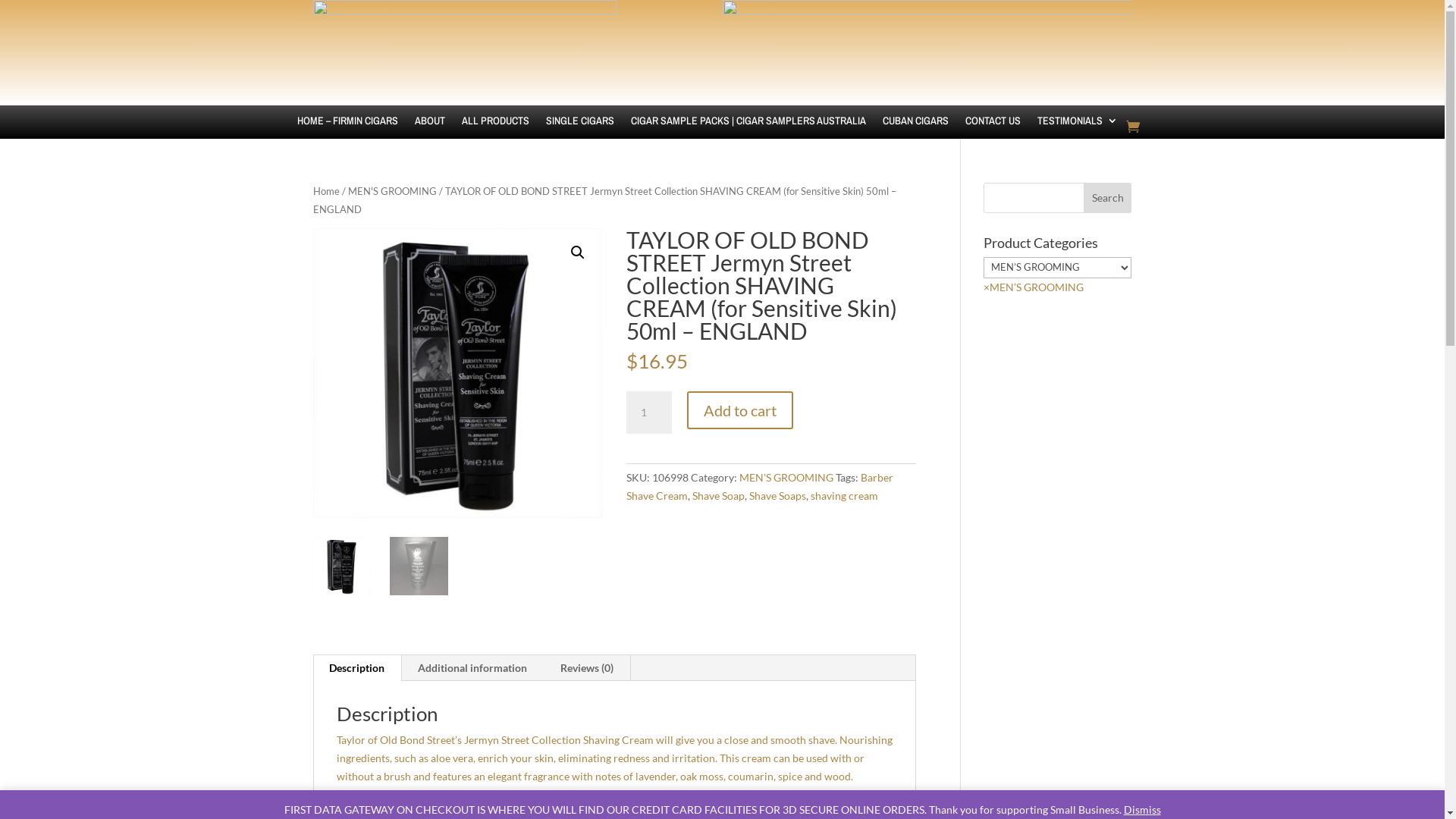 This screenshot has width=1456, height=819. Describe the element at coordinates (915, 130) in the screenshot. I see `'CUBAN CIGARS'` at that location.